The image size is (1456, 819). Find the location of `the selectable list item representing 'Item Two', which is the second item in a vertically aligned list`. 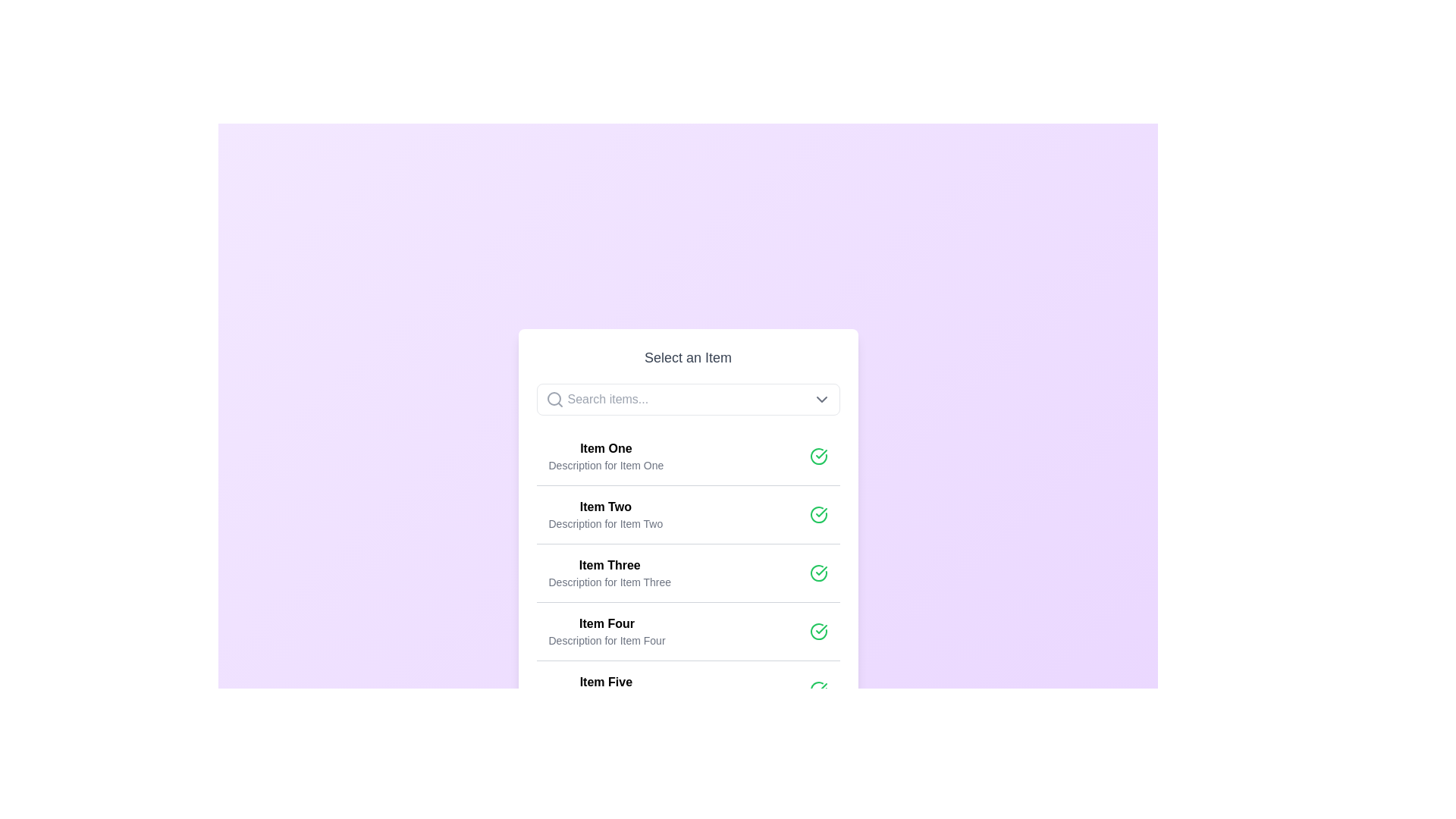

the selectable list item representing 'Item Two', which is the second item in a vertically aligned list is located at coordinates (604, 513).